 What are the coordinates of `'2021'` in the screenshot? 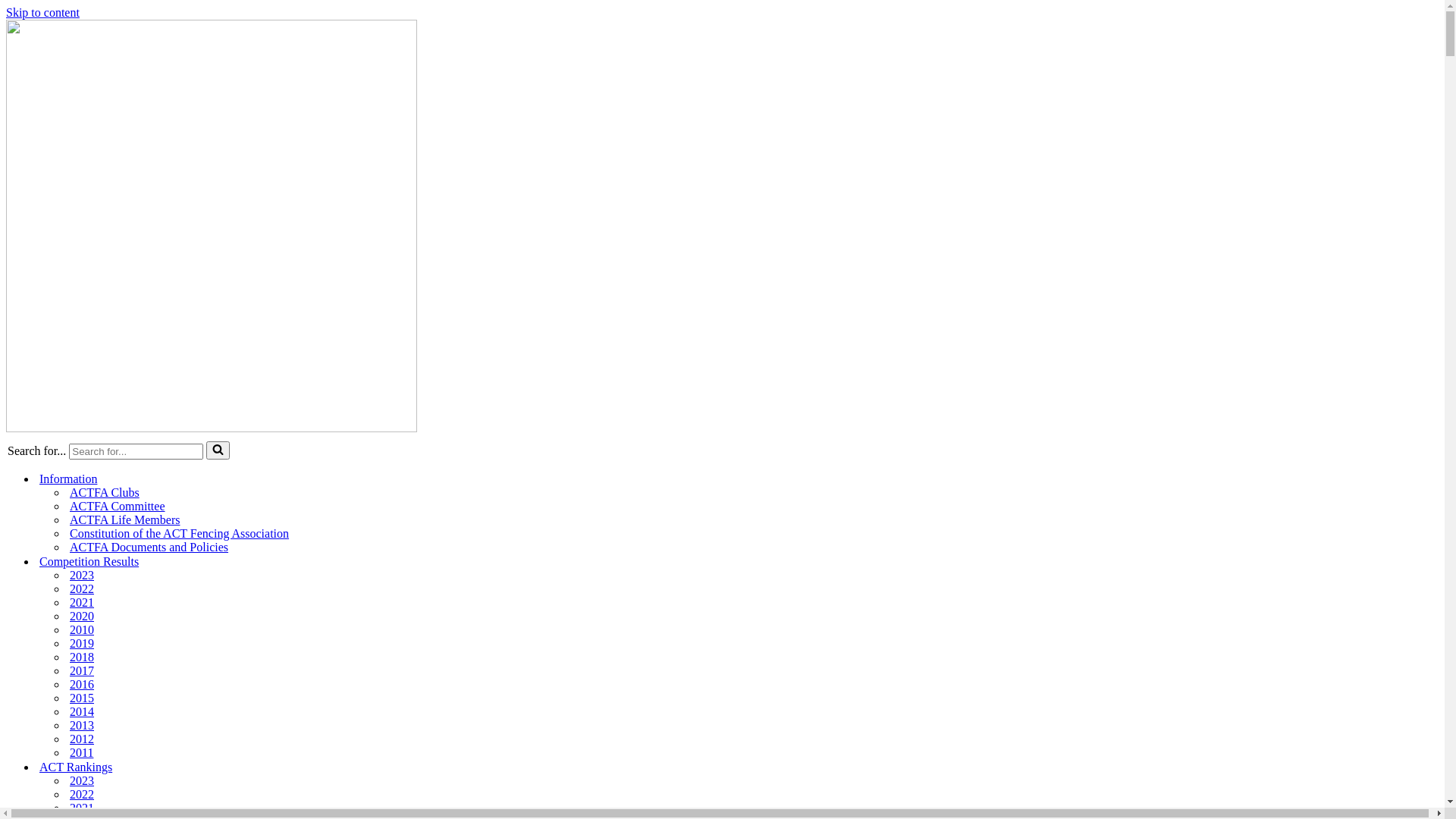 It's located at (68, 601).